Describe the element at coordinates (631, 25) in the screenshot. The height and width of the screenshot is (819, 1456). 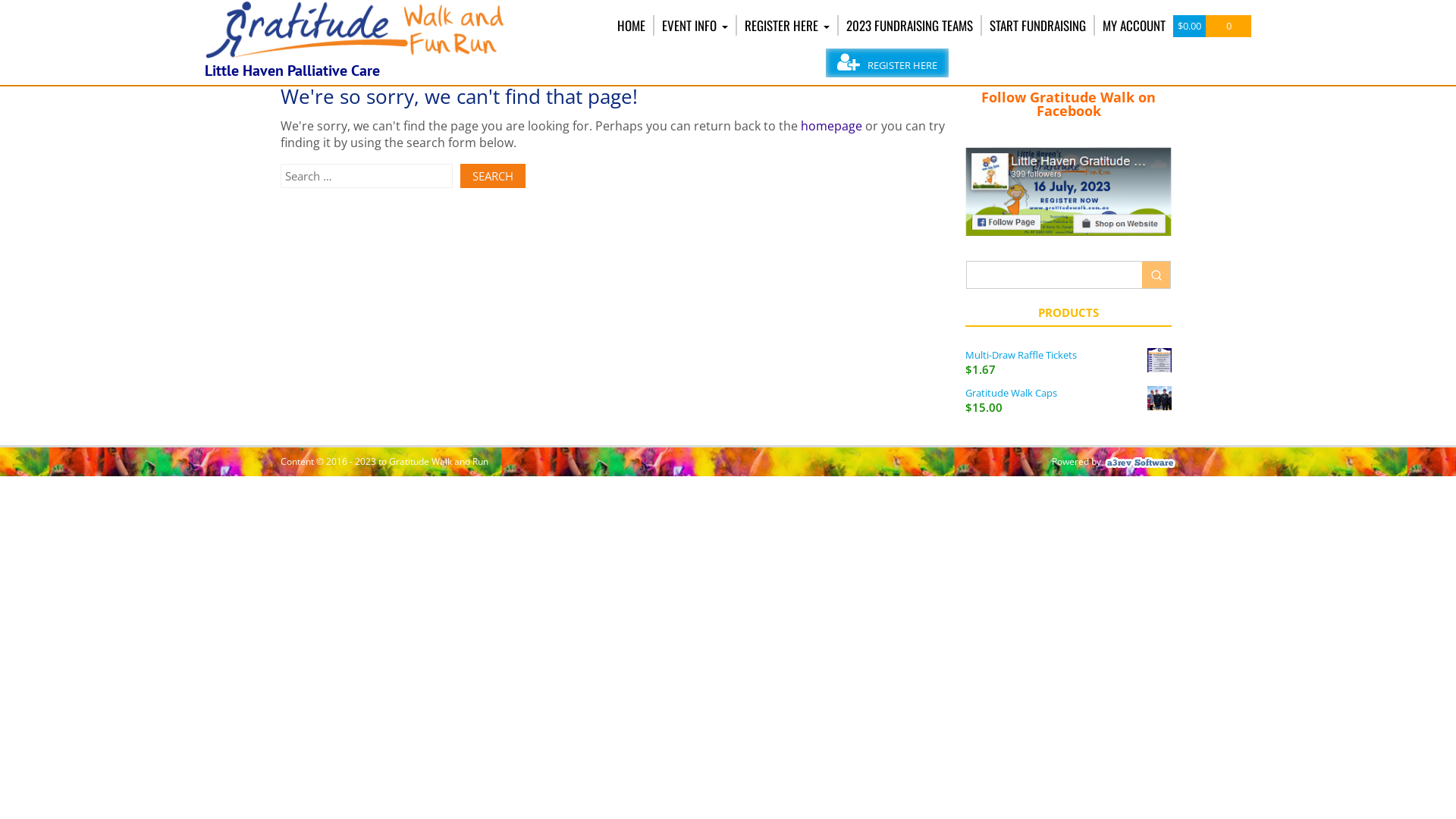
I see `'HOME'` at that location.